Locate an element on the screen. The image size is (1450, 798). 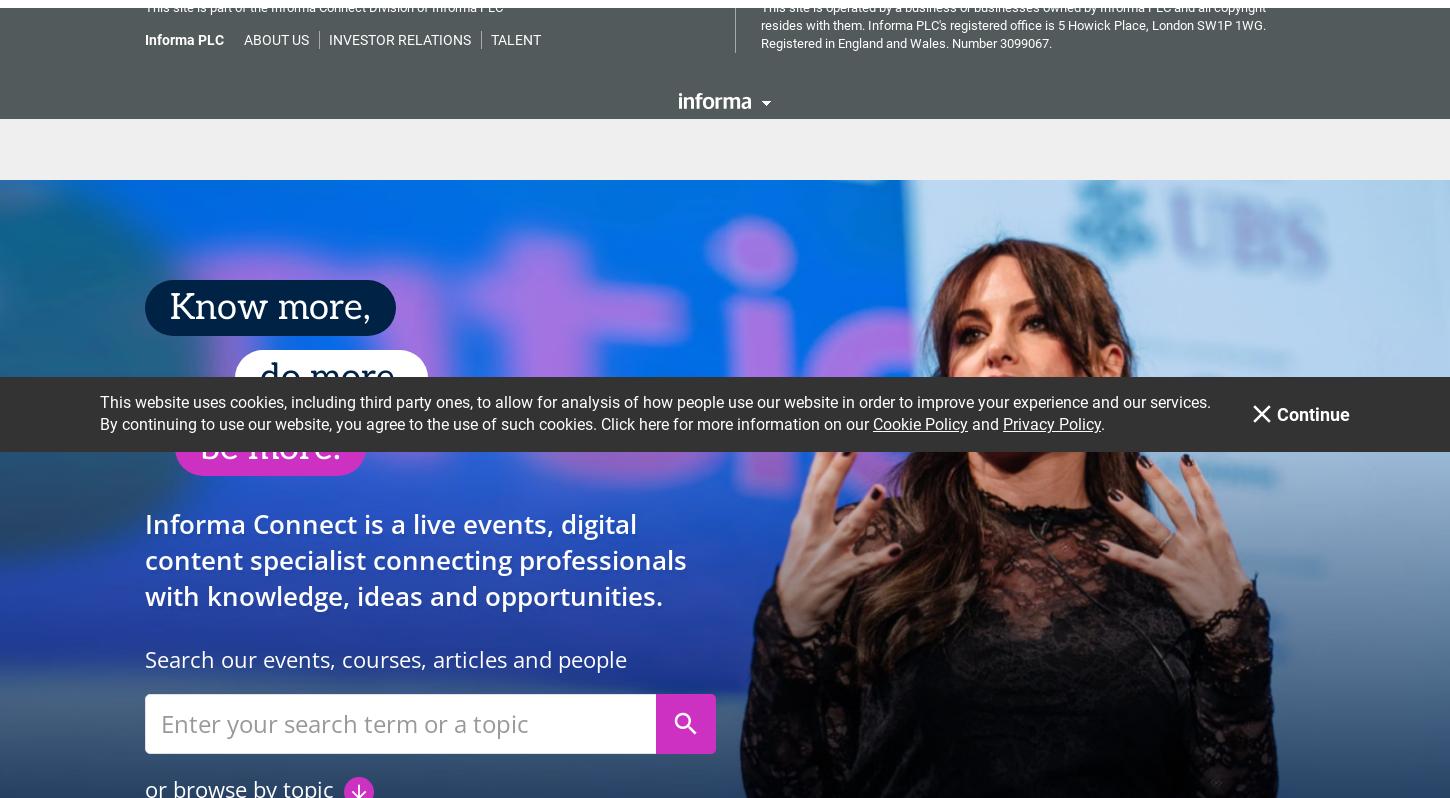
'Know more,' is located at coordinates (168, 298).